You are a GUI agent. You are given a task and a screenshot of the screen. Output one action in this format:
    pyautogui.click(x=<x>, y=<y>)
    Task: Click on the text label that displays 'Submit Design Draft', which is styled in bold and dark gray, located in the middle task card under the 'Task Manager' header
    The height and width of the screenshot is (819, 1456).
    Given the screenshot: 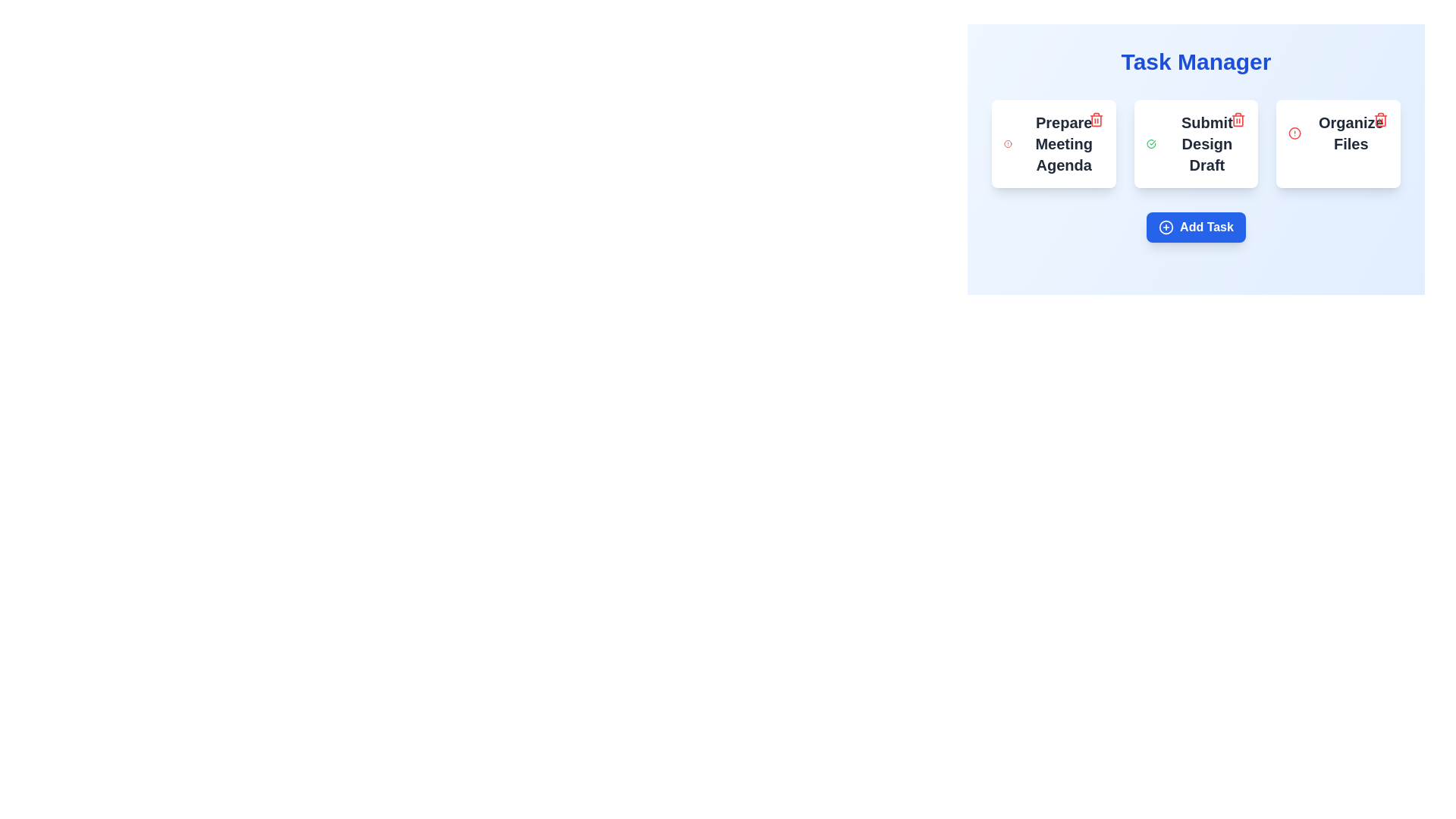 What is the action you would take?
    pyautogui.click(x=1206, y=143)
    